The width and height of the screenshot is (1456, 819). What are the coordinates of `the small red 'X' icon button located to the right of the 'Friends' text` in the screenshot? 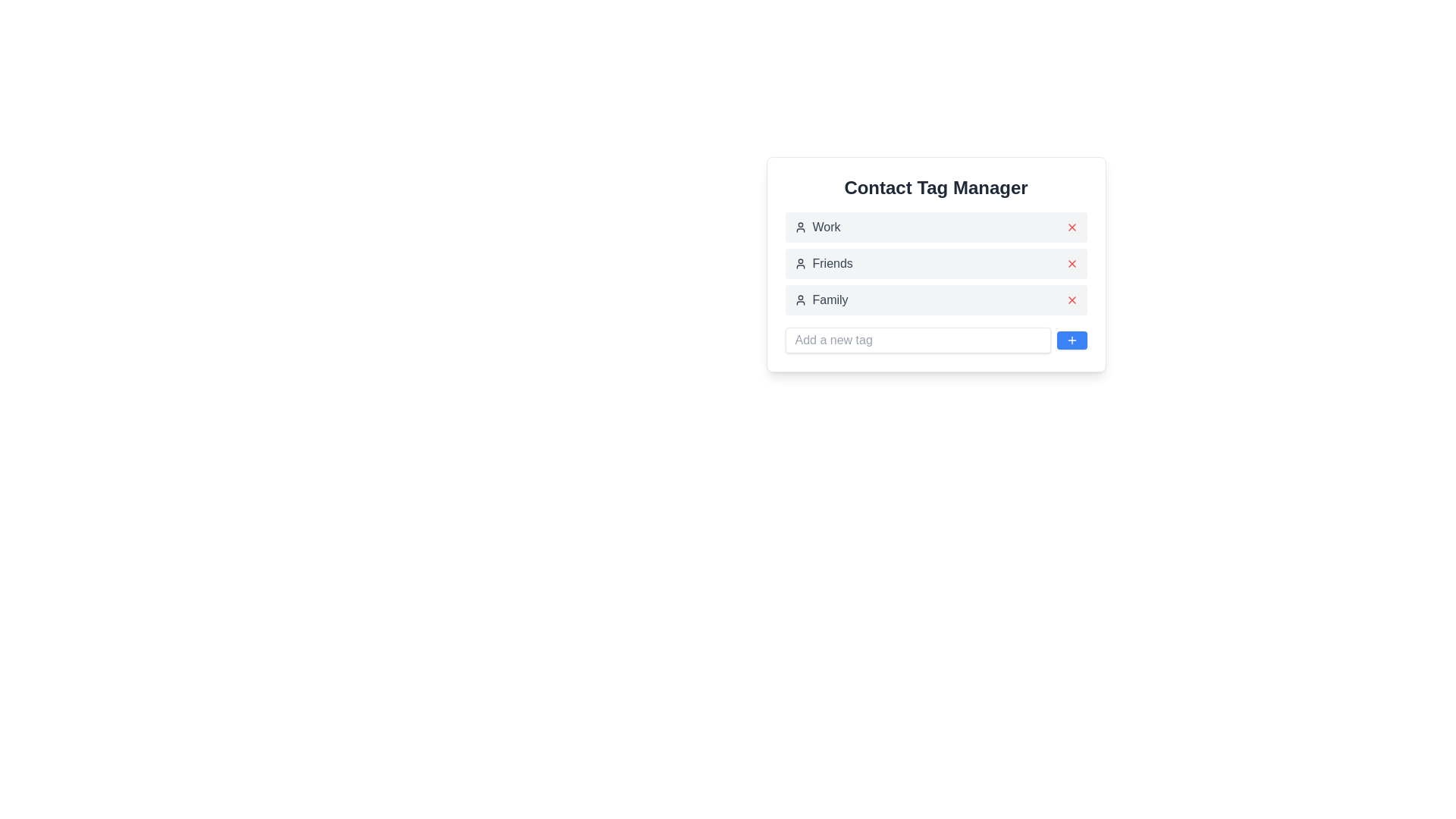 It's located at (1071, 262).